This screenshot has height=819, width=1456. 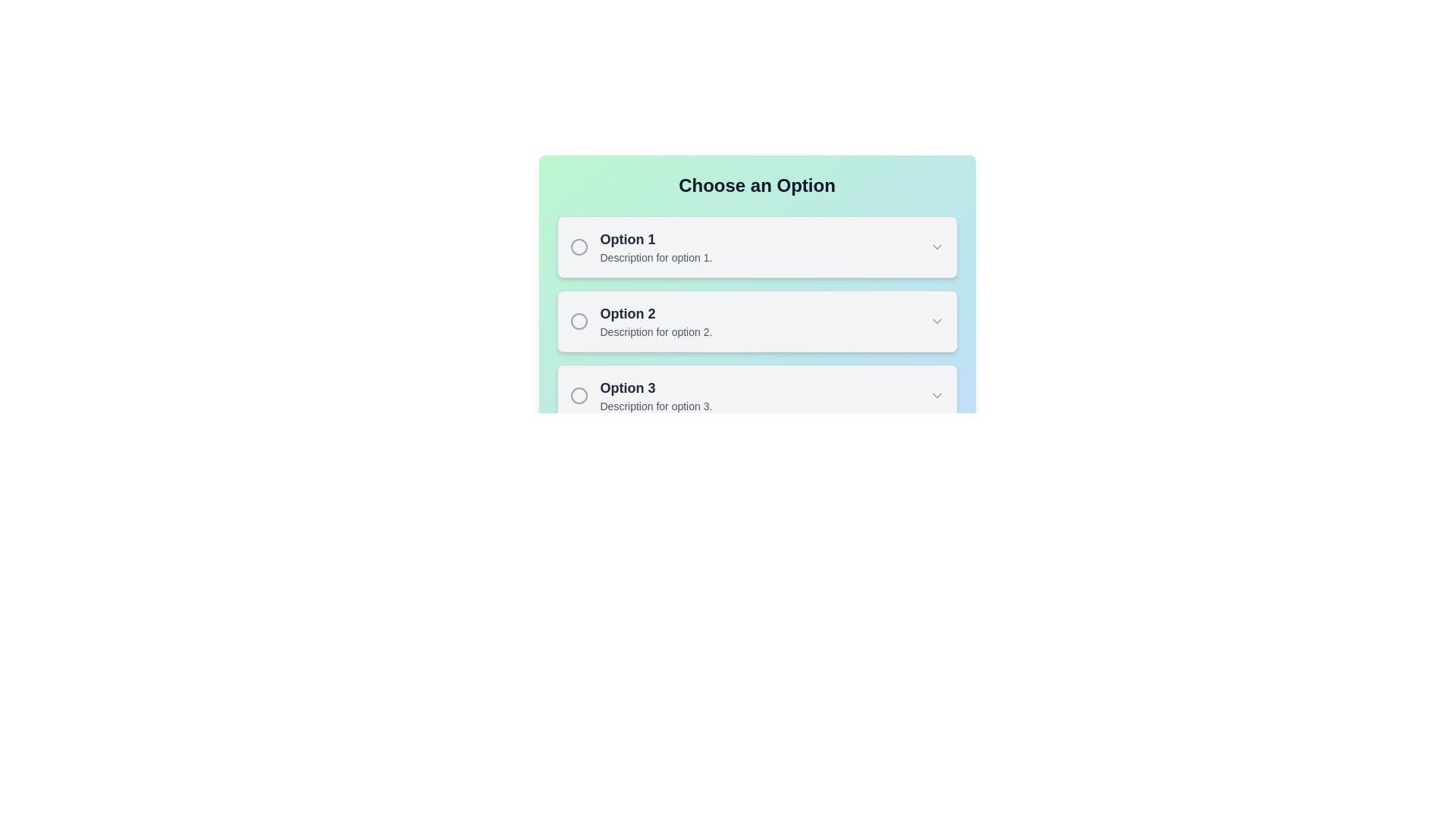 What do you see at coordinates (578, 321) in the screenshot?
I see `the center of the hollow circular graphic element that precedes the text 'Option 2Description for option 2.'` at bounding box center [578, 321].